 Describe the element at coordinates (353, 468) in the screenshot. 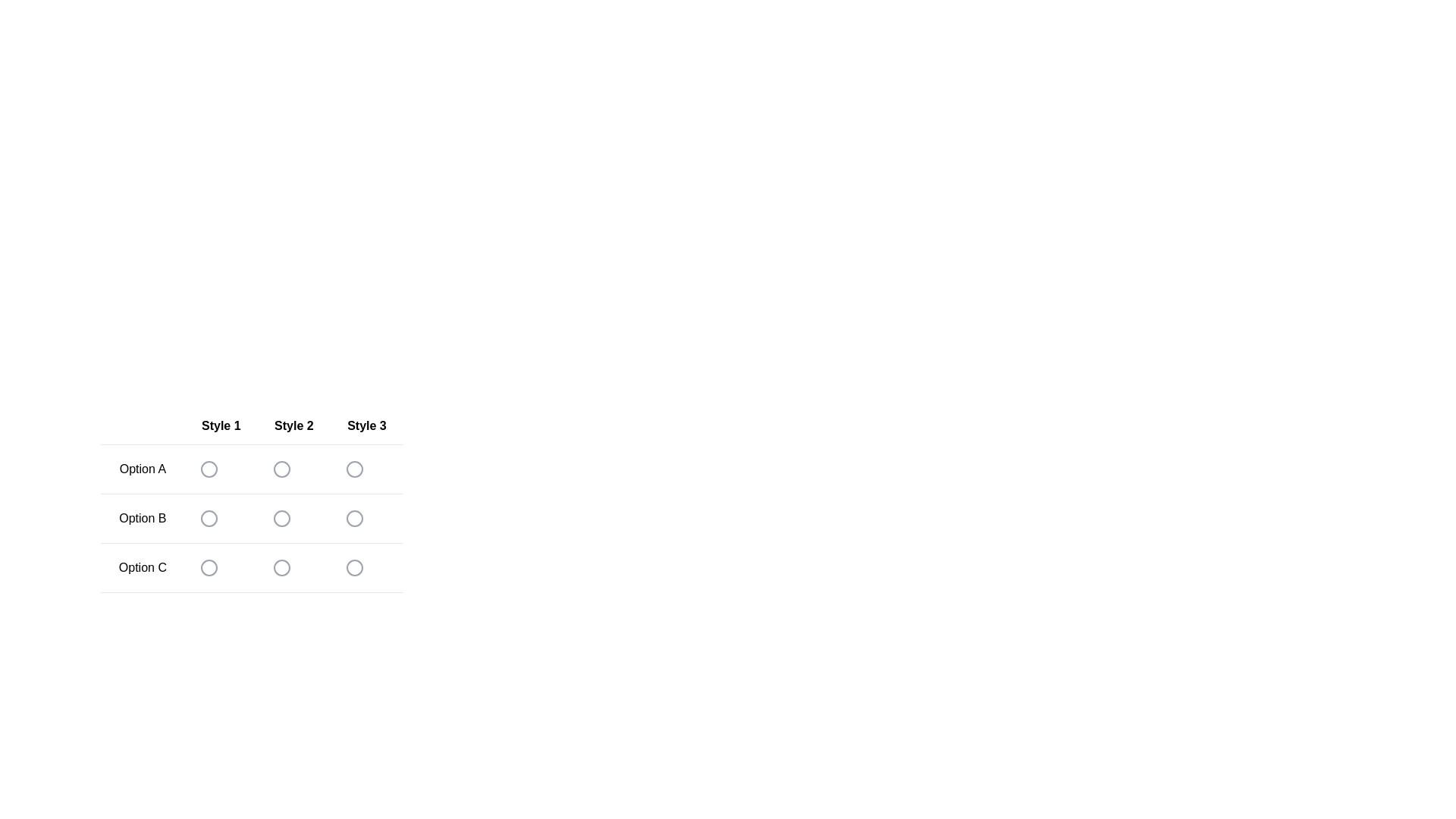

I see `unselected radio button labeled 'Option A' in the 'Style 3' column for accessibility features` at that location.